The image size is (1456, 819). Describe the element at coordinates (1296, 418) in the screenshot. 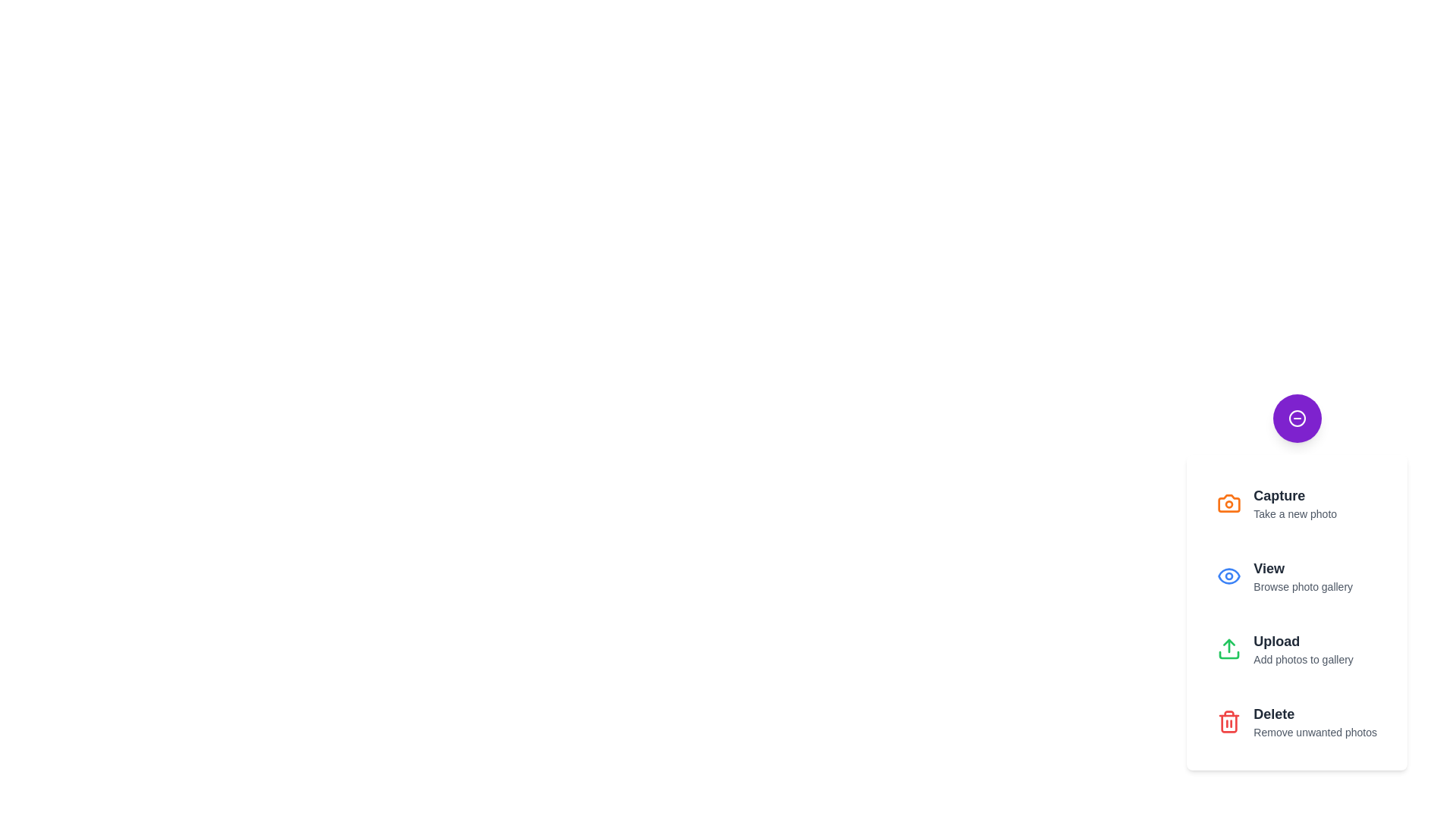

I see `menu toggle button to toggle the menu visibility` at that location.